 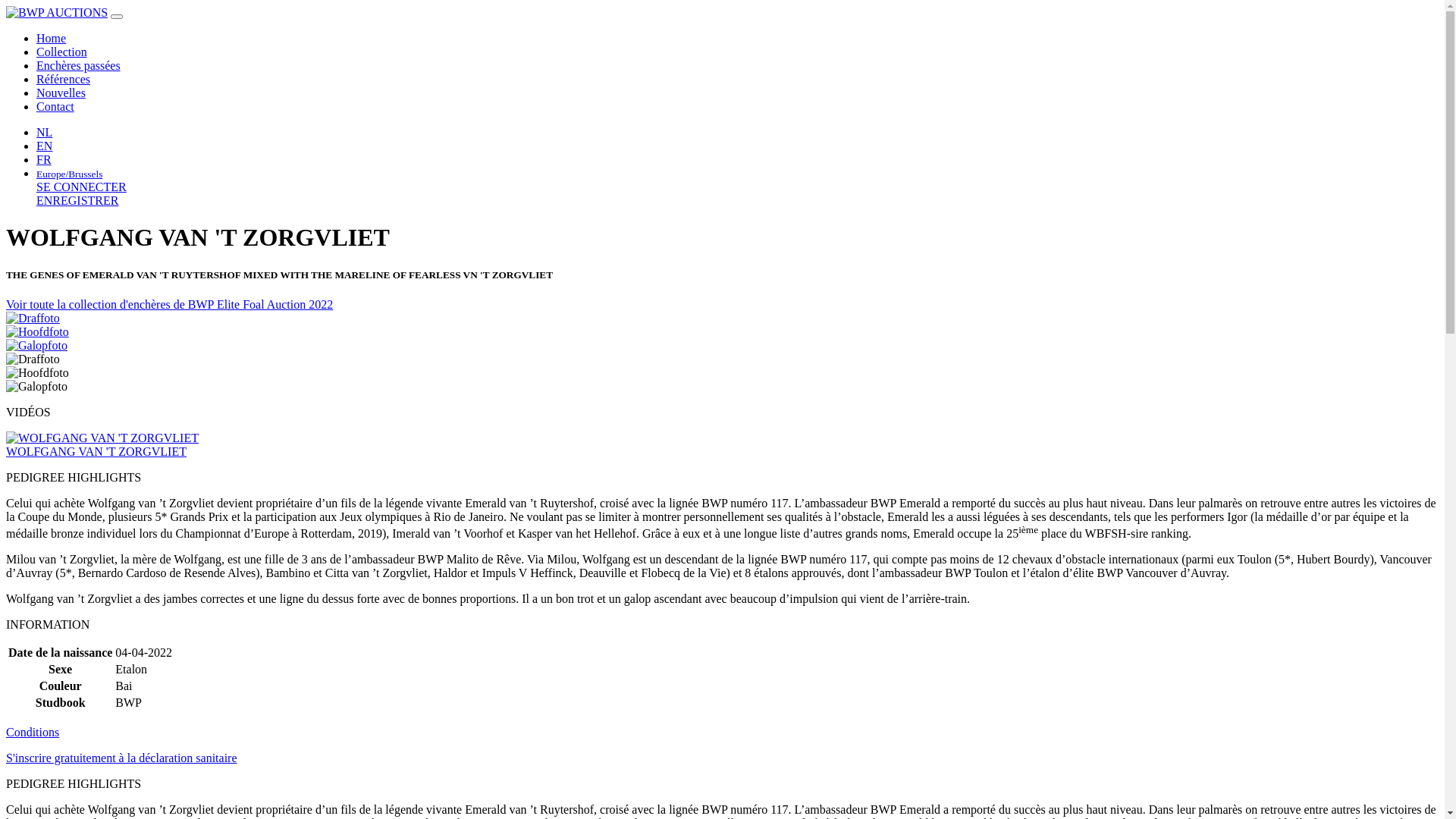 What do you see at coordinates (61, 51) in the screenshot?
I see `'Collection'` at bounding box center [61, 51].